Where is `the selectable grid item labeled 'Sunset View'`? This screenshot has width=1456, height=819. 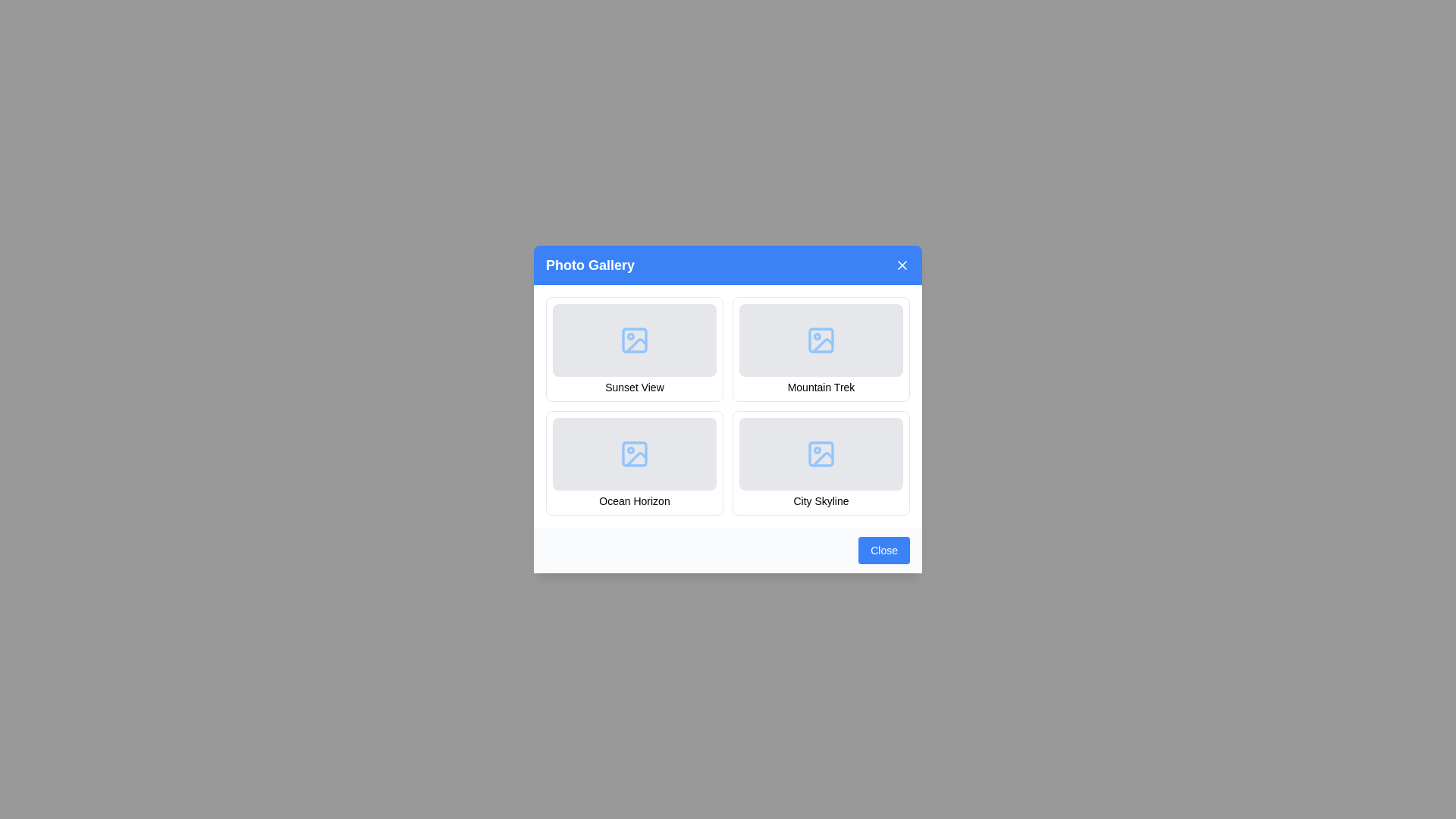 the selectable grid item labeled 'Sunset View' is located at coordinates (634, 350).